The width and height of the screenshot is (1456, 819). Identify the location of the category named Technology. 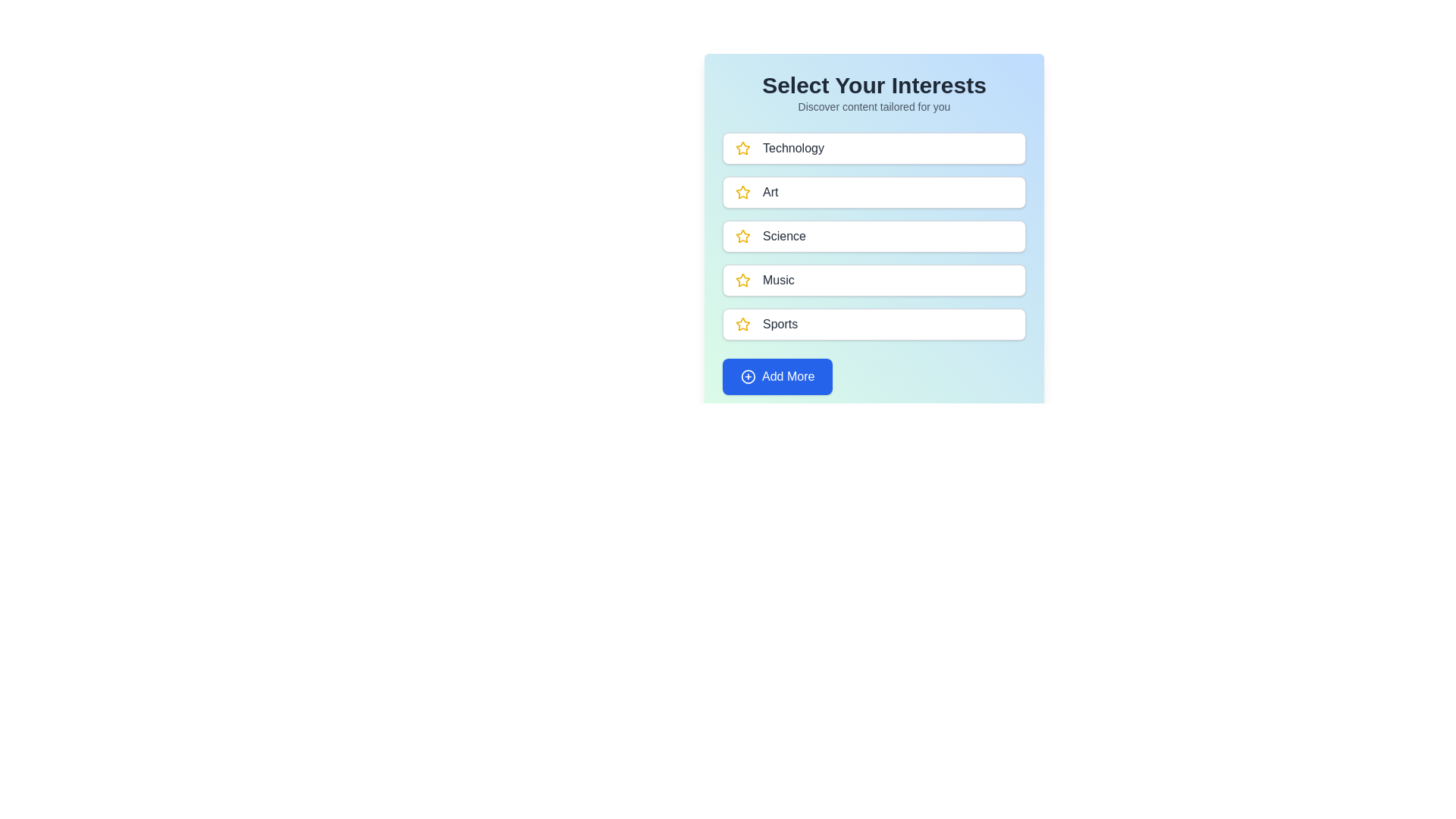
(874, 149).